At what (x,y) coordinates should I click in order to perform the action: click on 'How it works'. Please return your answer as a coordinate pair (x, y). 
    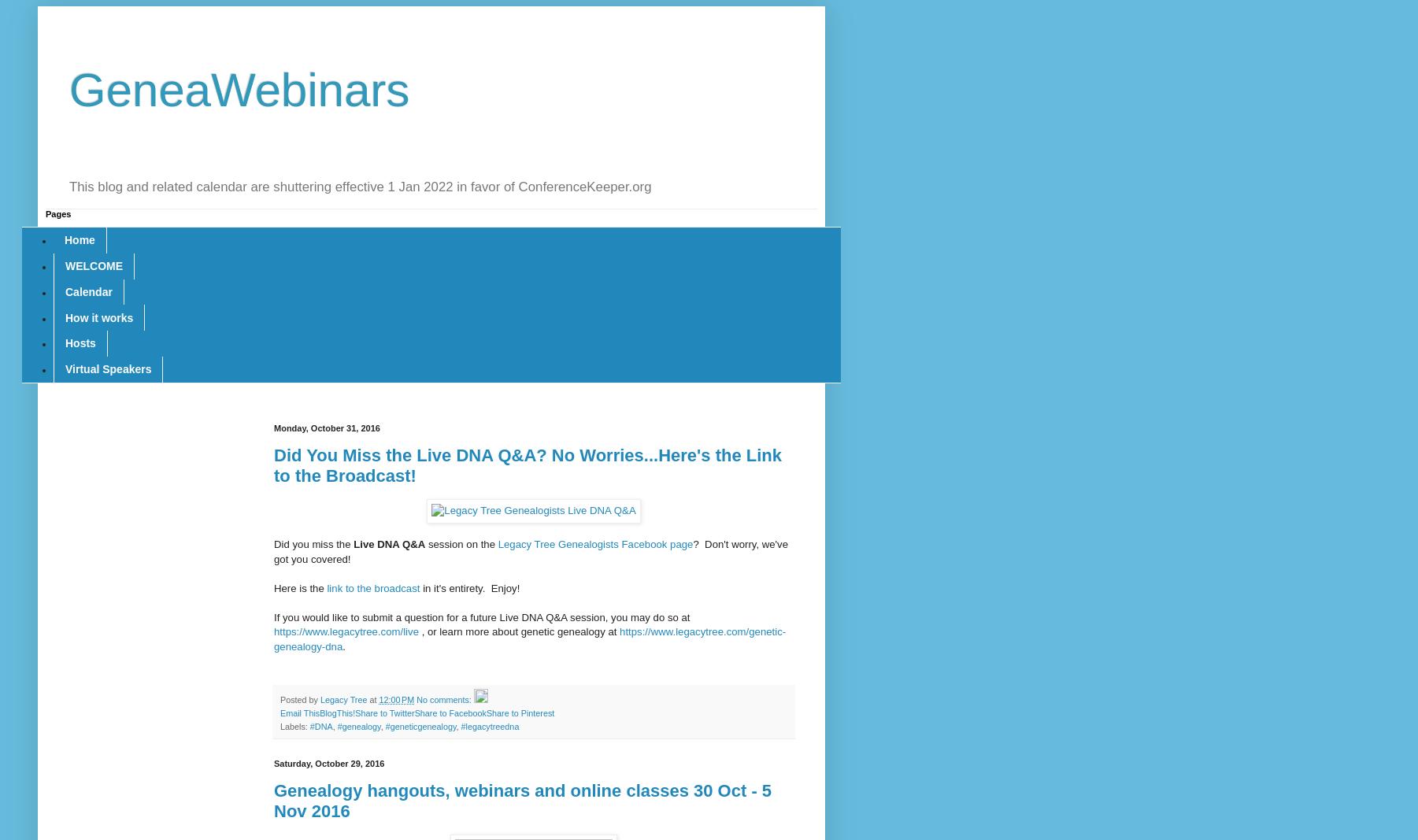
    Looking at the image, I should click on (99, 316).